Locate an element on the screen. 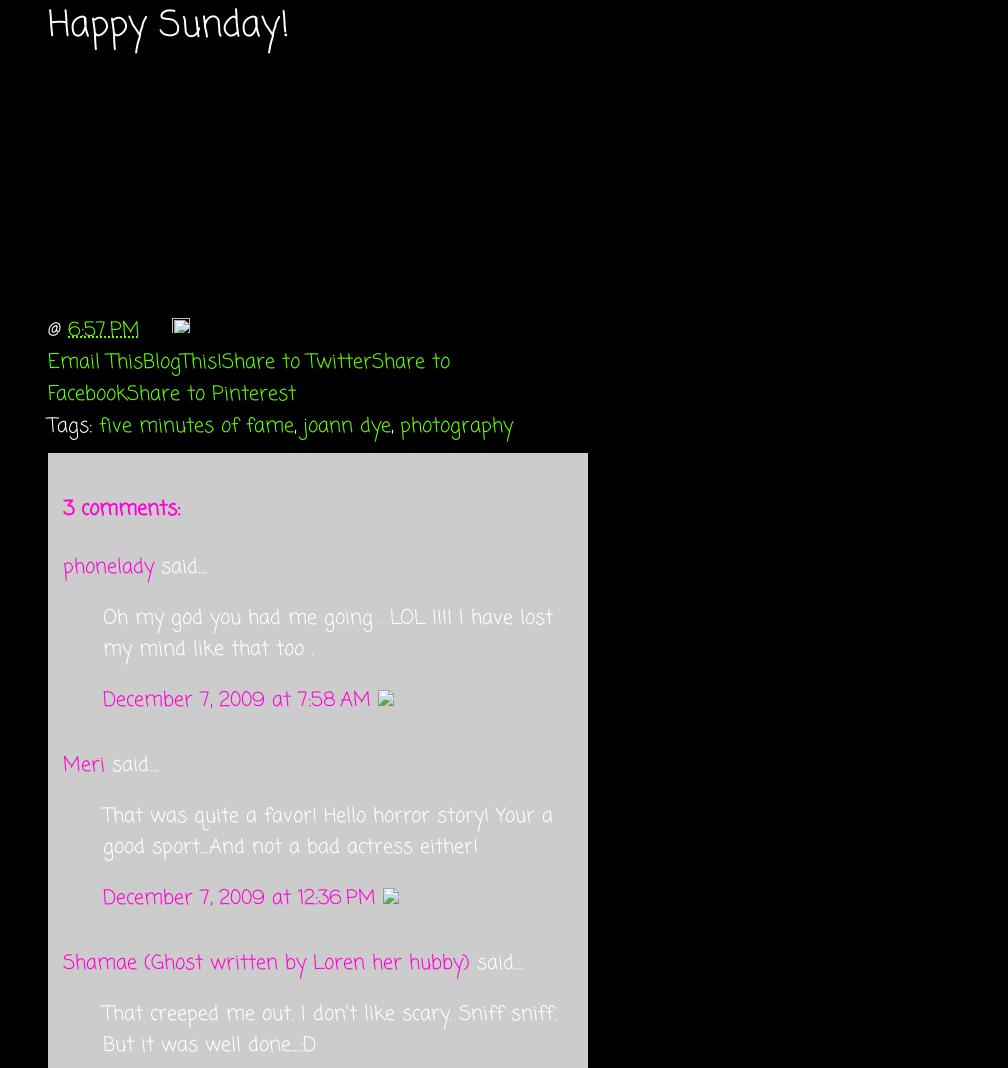 The height and width of the screenshot is (1068, 1008). '@' is located at coordinates (47, 328).